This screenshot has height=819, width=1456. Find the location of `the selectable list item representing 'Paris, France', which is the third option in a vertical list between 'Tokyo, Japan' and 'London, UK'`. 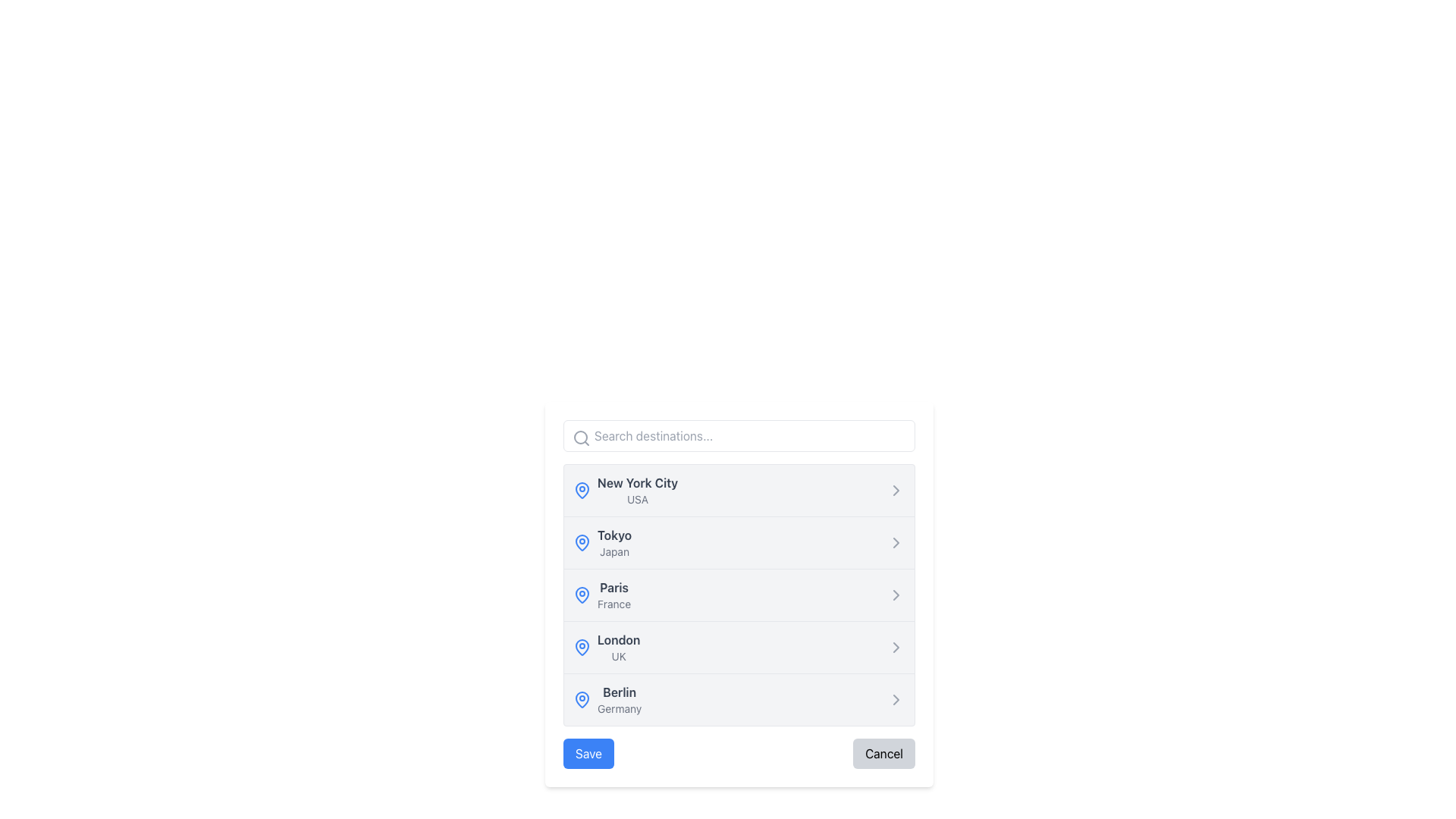

the selectable list item representing 'Paris, France', which is the third option in a vertical list between 'Tokyo, Japan' and 'London, UK' is located at coordinates (739, 594).